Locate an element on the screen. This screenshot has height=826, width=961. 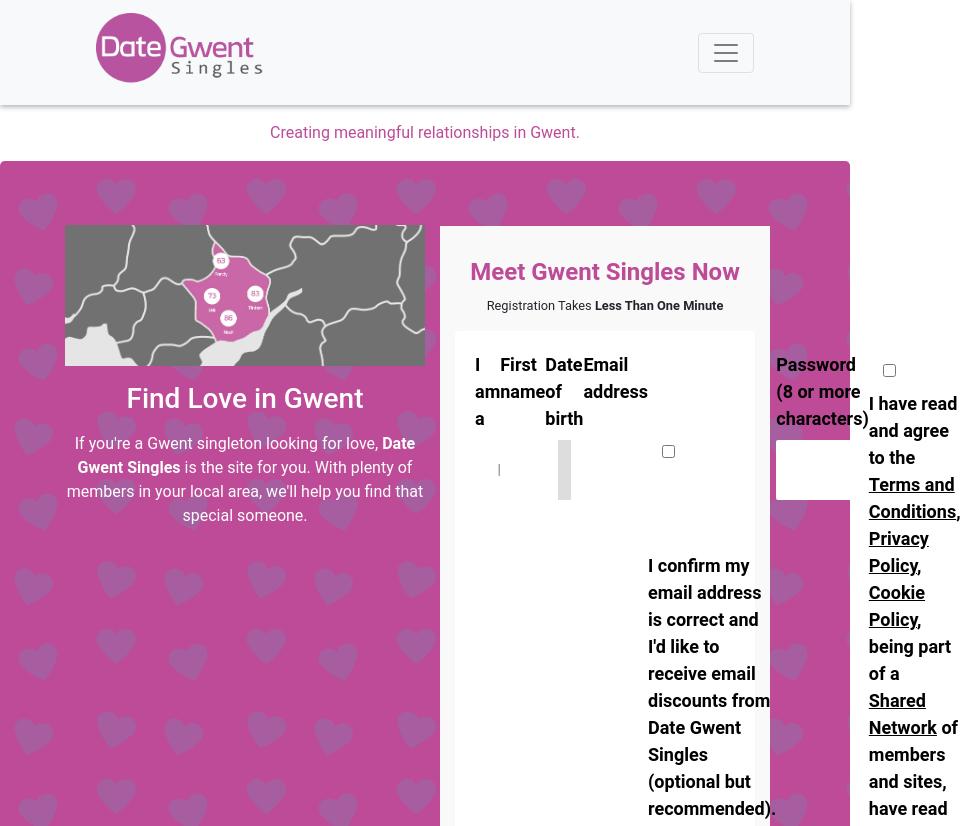
'I am a' is located at coordinates (487, 390).